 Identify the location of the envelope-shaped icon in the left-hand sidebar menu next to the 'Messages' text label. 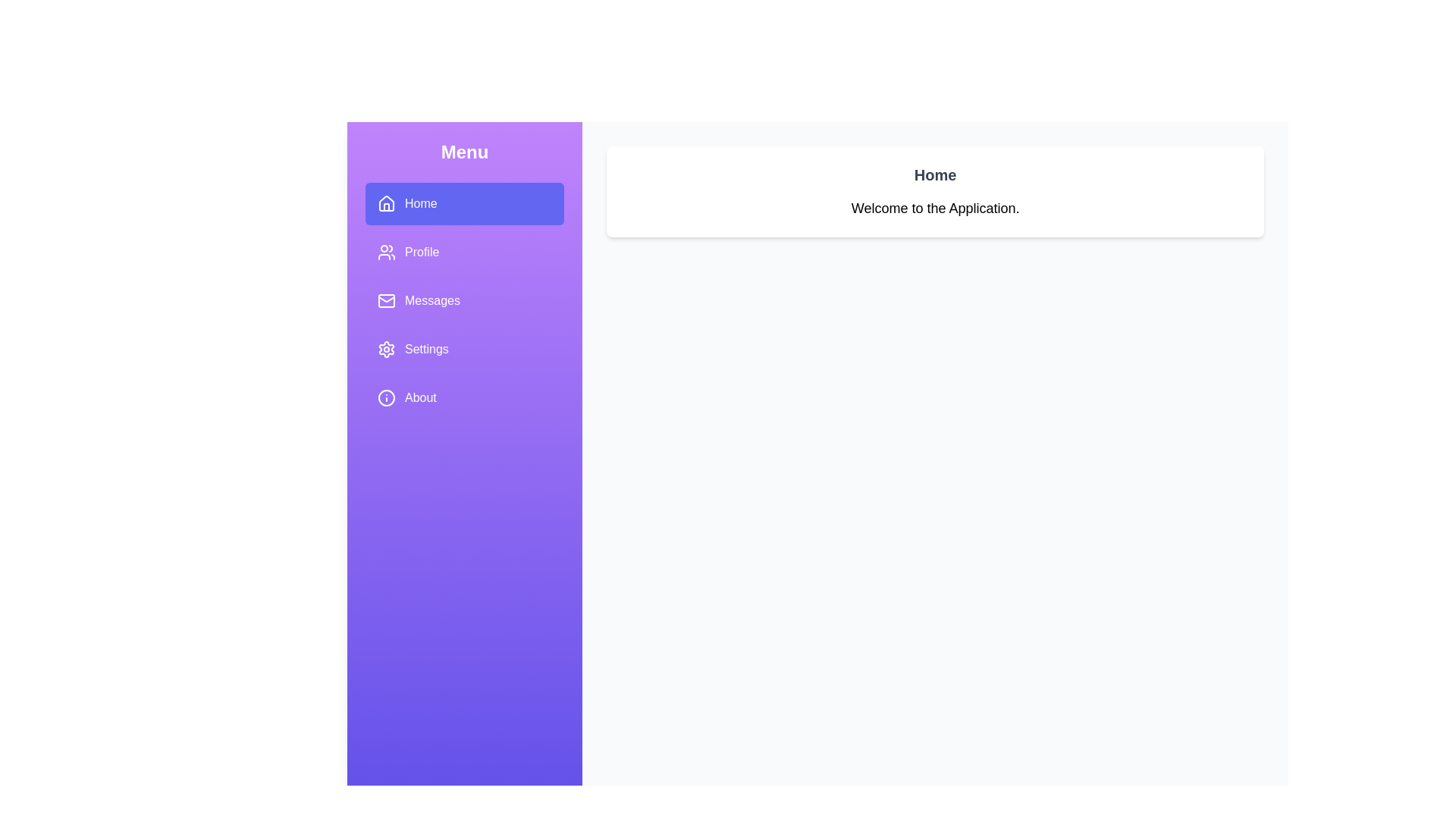
(386, 301).